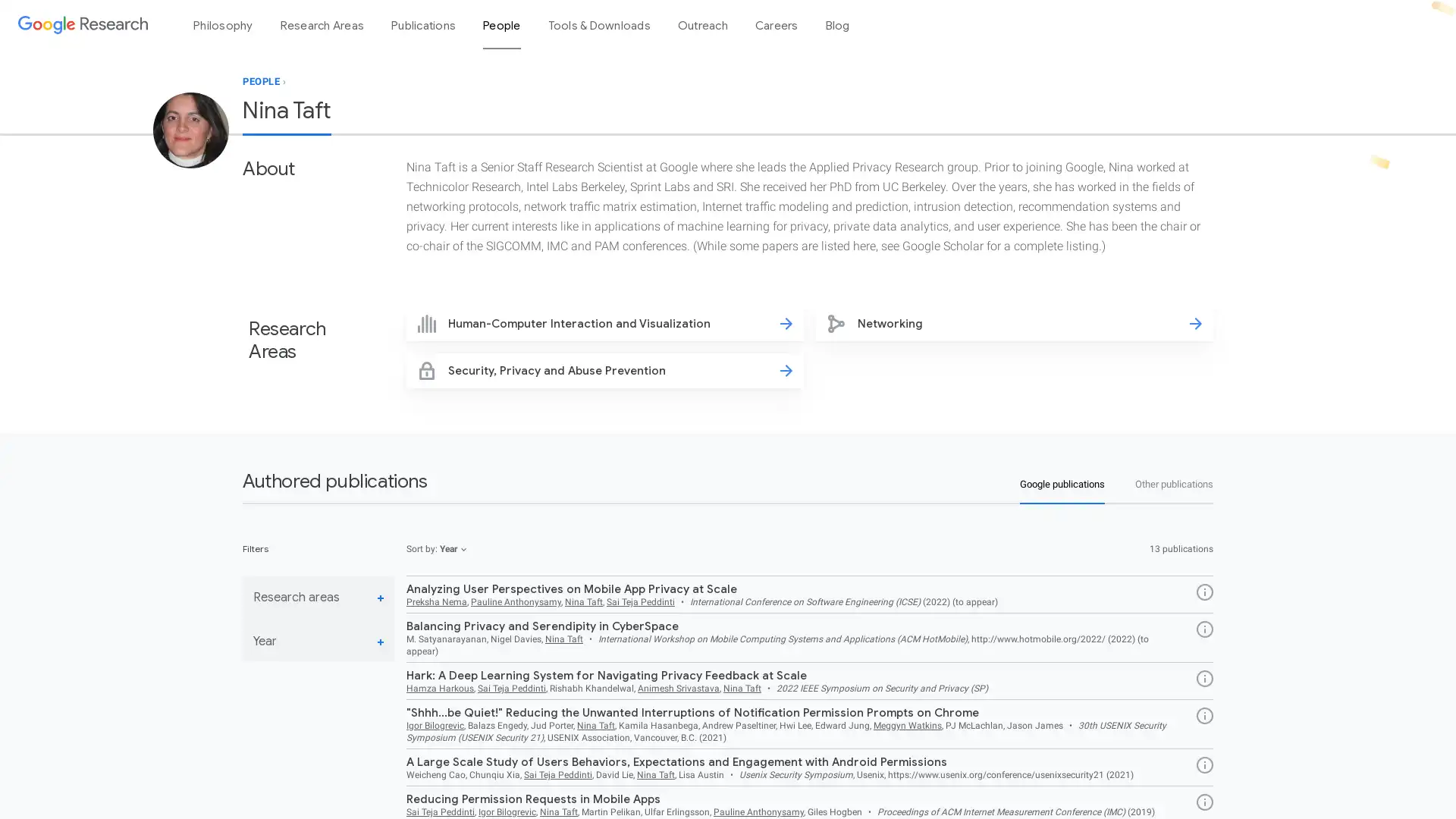  Describe the element at coordinates (453, 549) in the screenshot. I see `Year` at that location.